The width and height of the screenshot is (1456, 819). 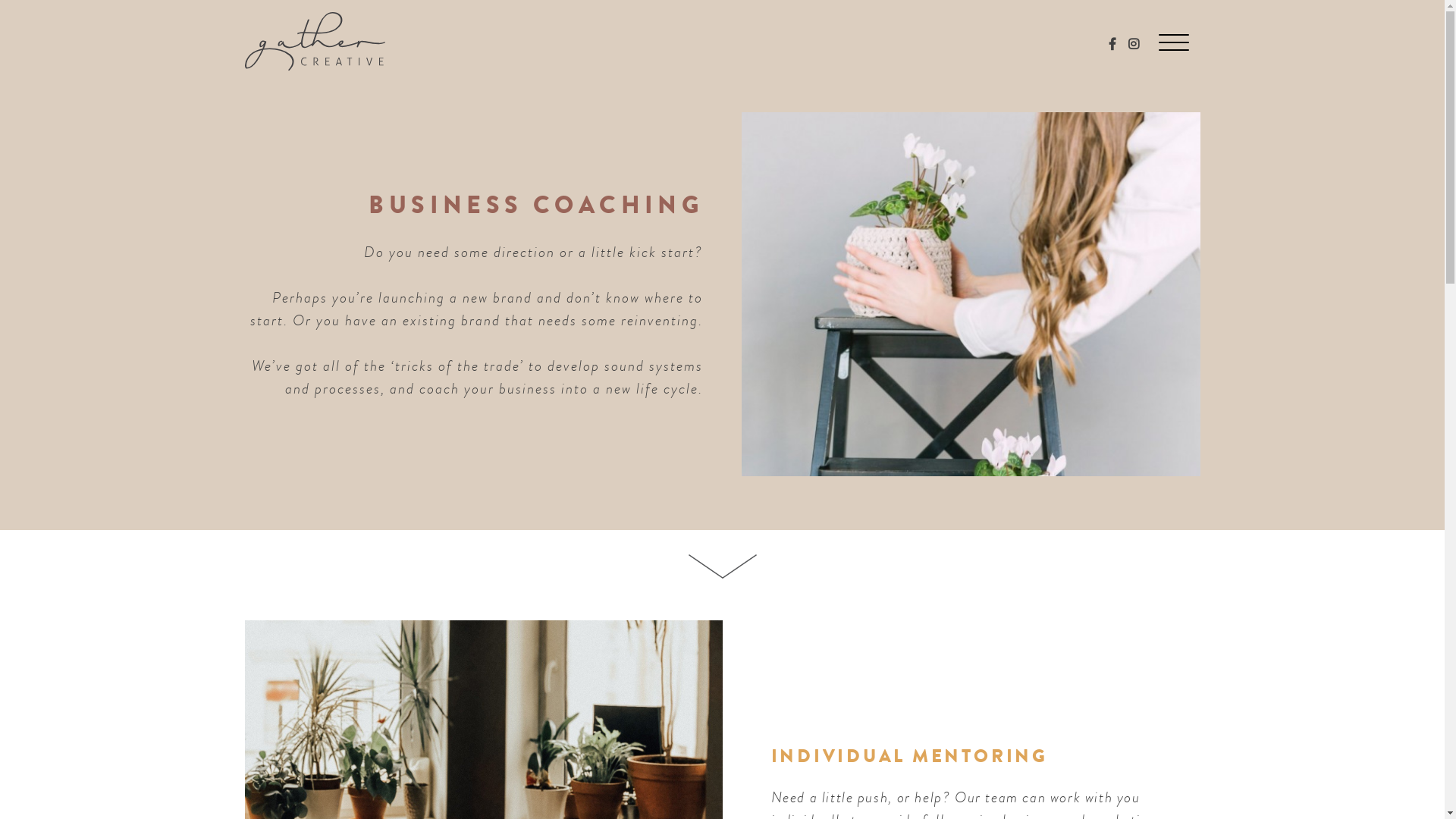 What do you see at coordinates (1112, 43) in the screenshot?
I see `'Follow us on Facebook'` at bounding box center [1112, 43].